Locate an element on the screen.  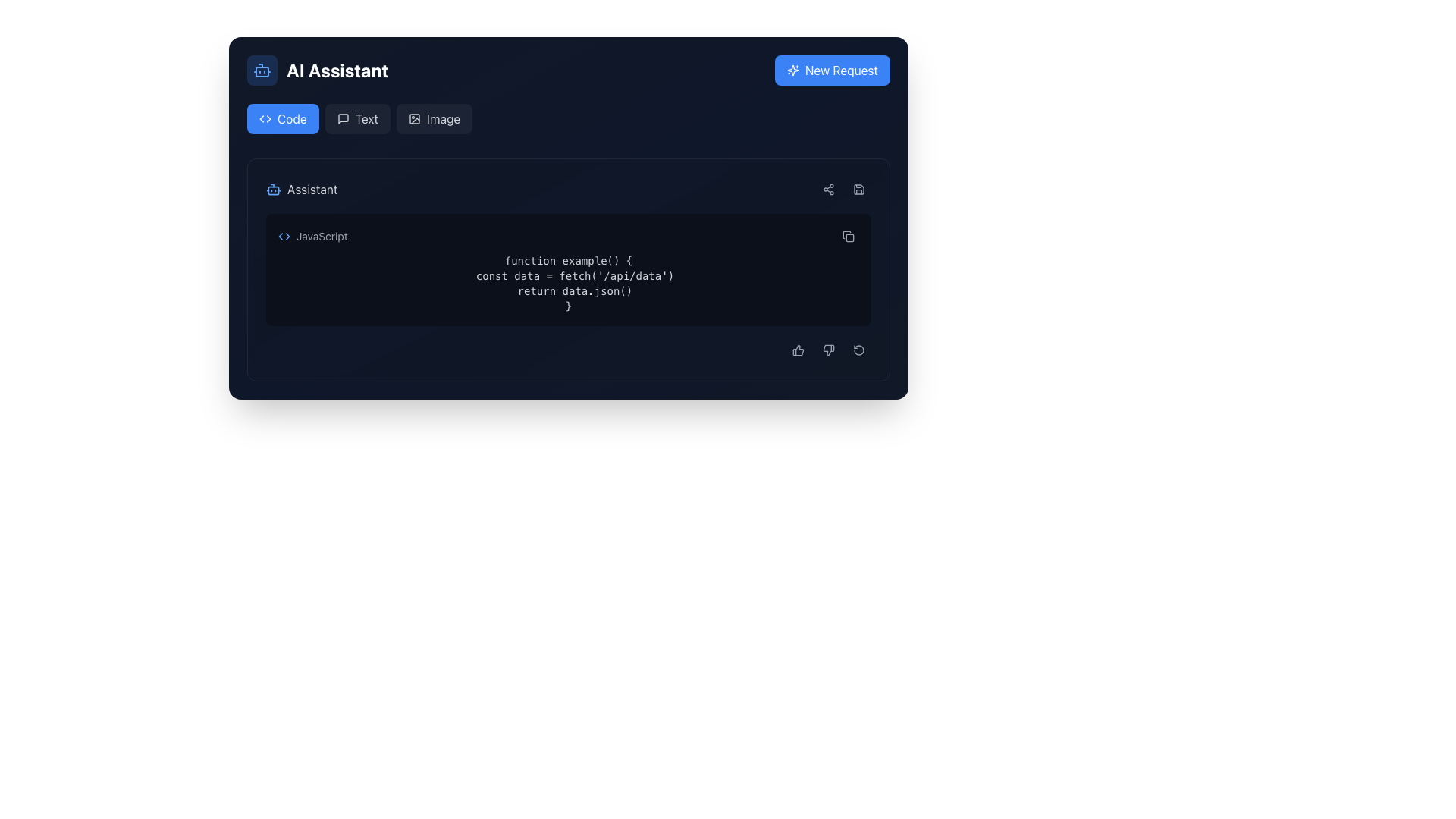
the text within the code block displaying the JavaScript function 'function example() { const data = fetch('/api/data'); return data.json(); }', which is centrally aligned in a dark-themed box is located at coordinates (567, 284).